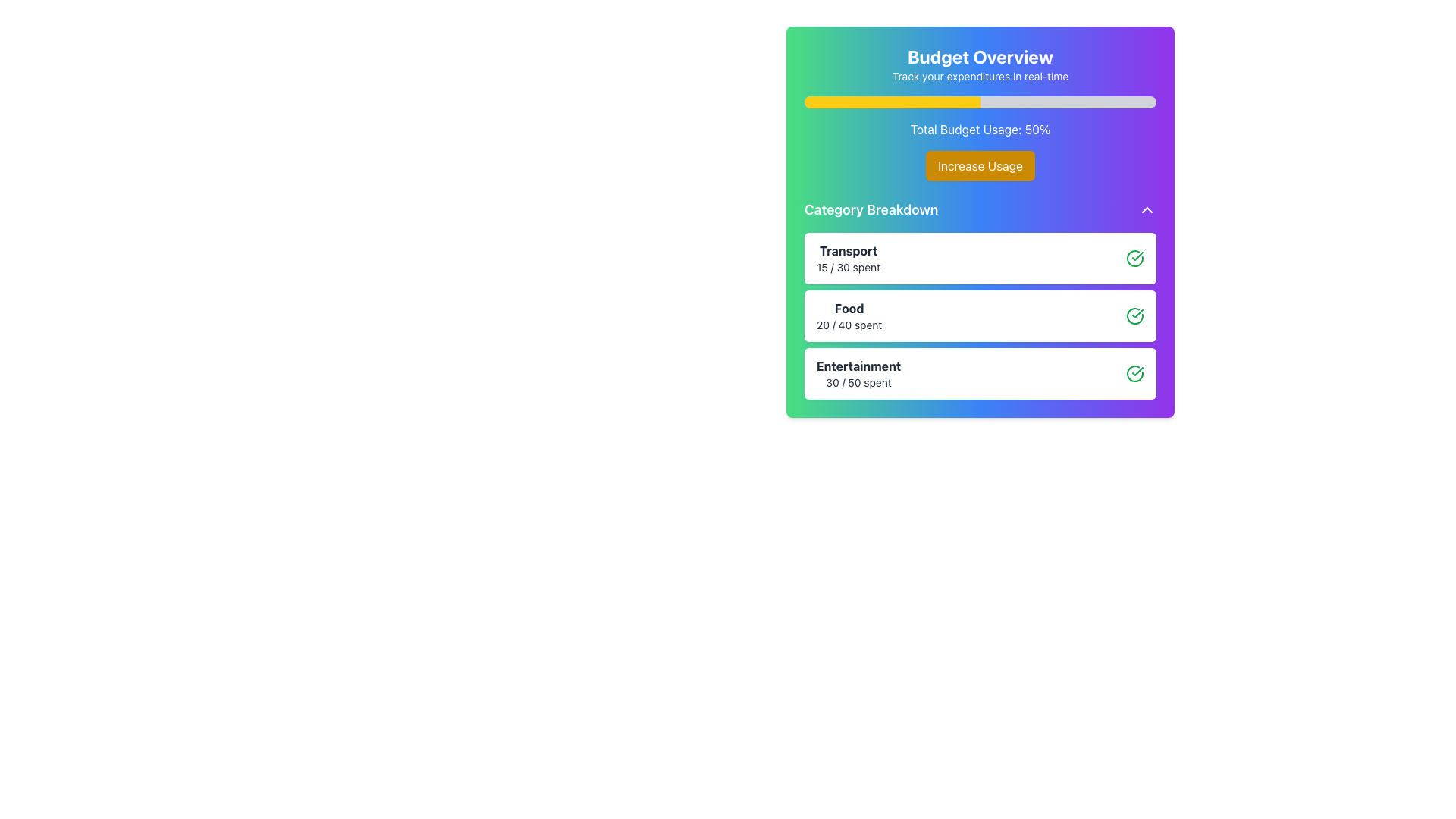 Image resolution: width=1456 pixels, height=819 pixels. I want to click on the Text Display that shows budget information for the 'Food' category, located between the 'Transport' and 'Entertainment' cards in the 'Category Breakdown' section, so click(849, 315).